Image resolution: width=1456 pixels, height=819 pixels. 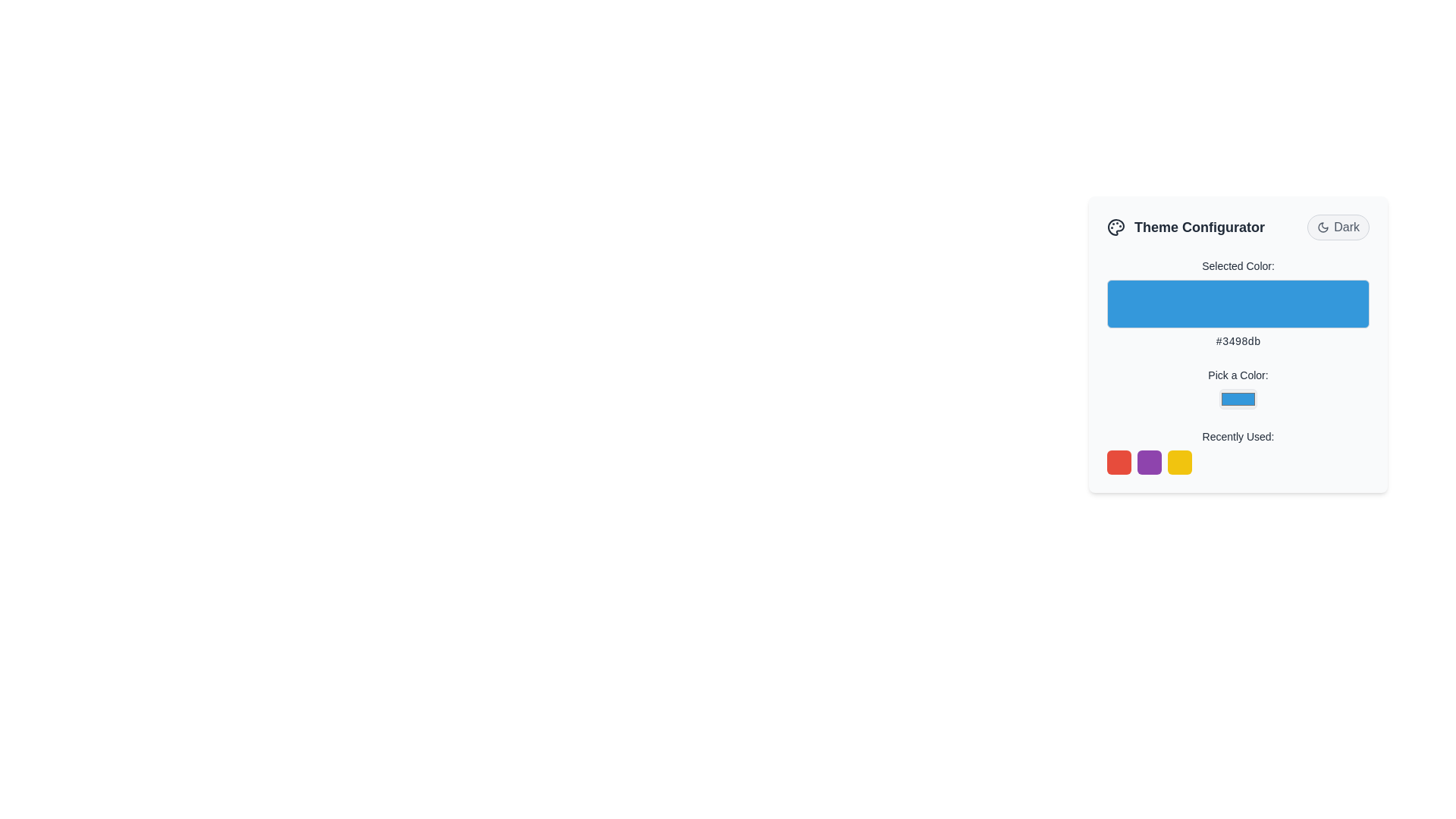 What do you see at coordinates (1116, 227) in the screenshot?
I see `the circular palette icon located to the left of the 'Theme Configurator' text in the header section of the 'Theme Configurator' panel` at bounding box center [1116, 227].